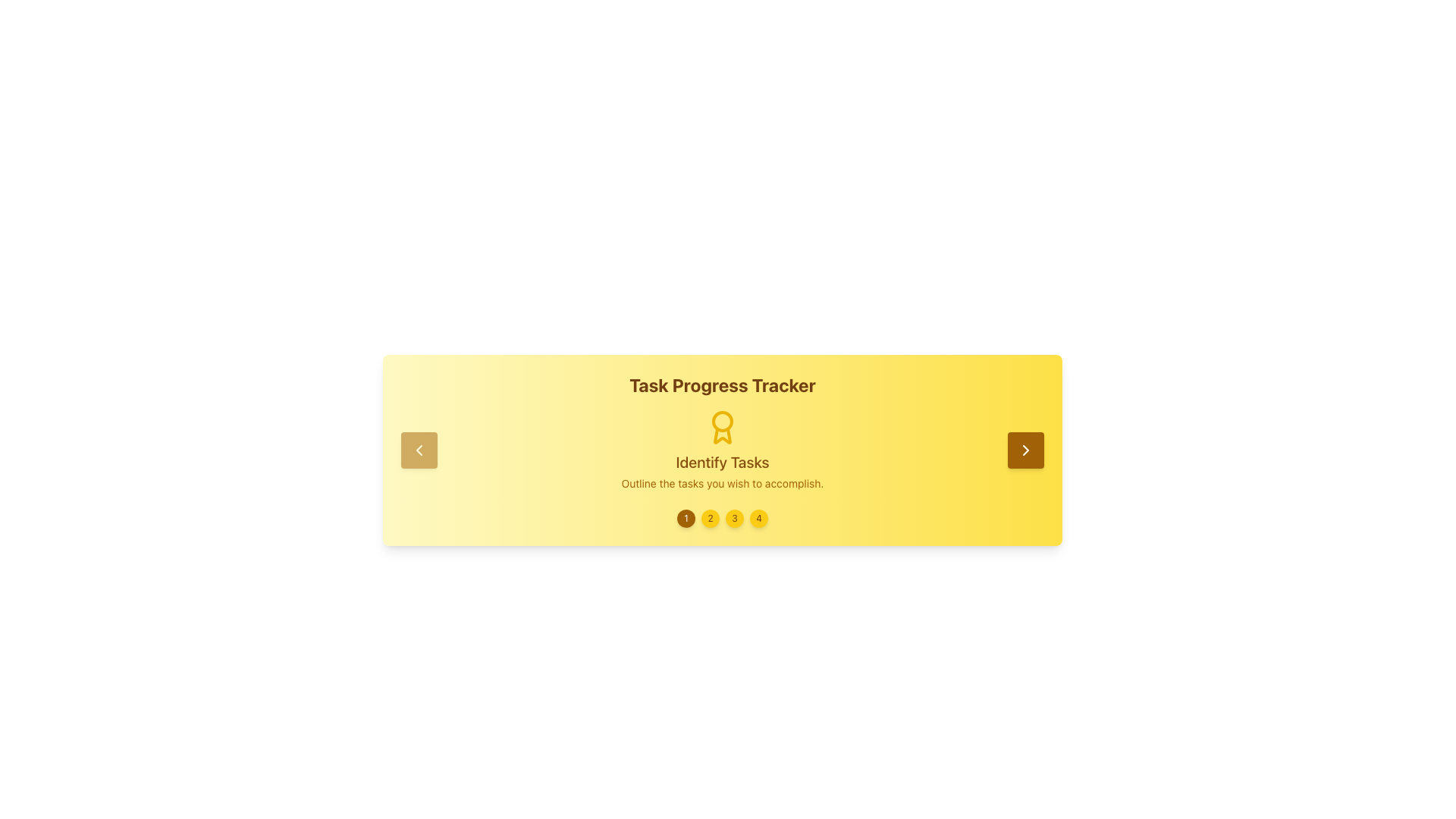  What do you see at coordinates (686, 517) in the screenshot?
I see `the first navigation button located centrally at the bottom of the content area` at bounding box center [686, 517].